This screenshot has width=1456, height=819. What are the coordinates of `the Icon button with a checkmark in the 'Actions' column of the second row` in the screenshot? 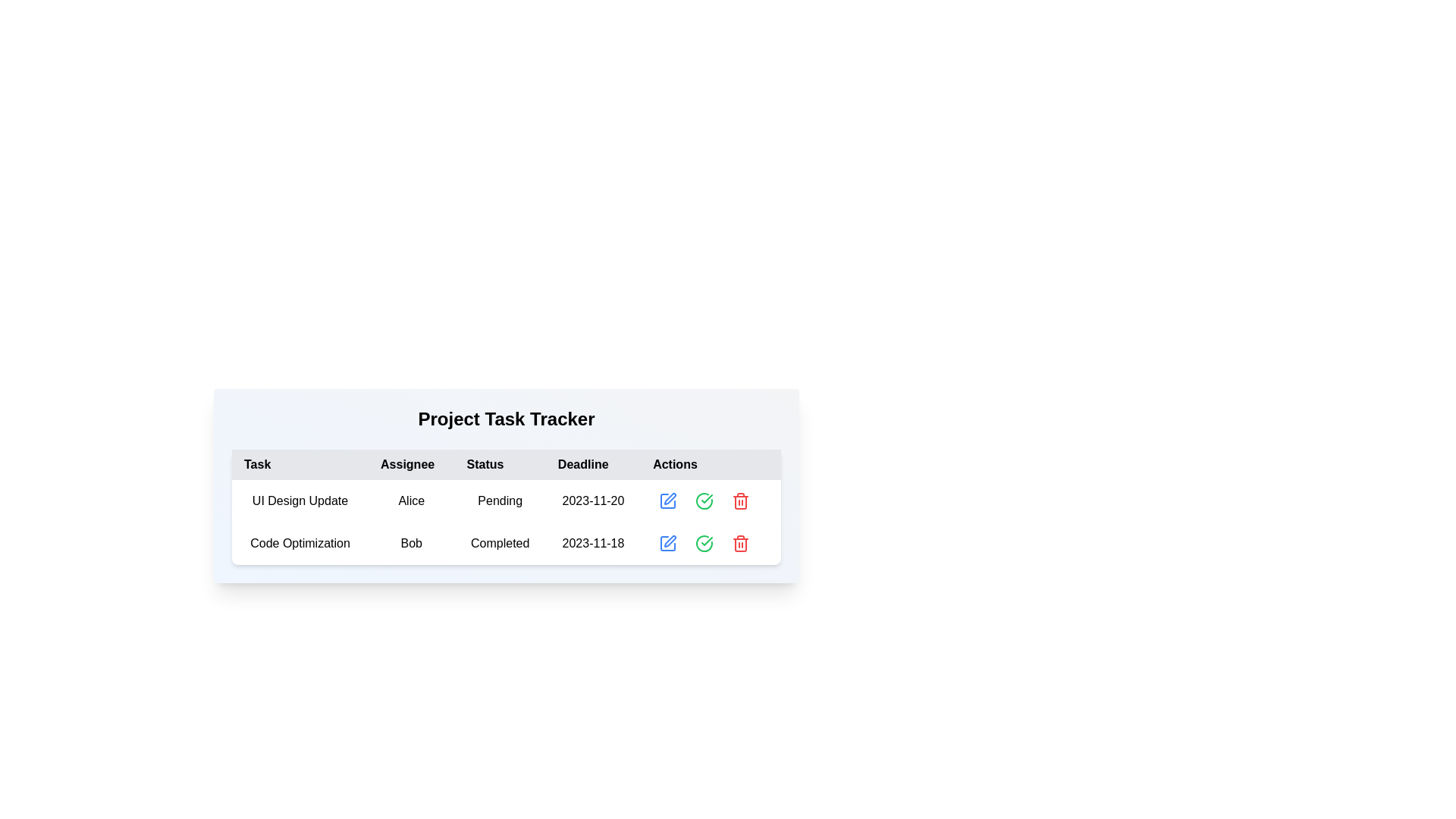 It's located at (704, 543).